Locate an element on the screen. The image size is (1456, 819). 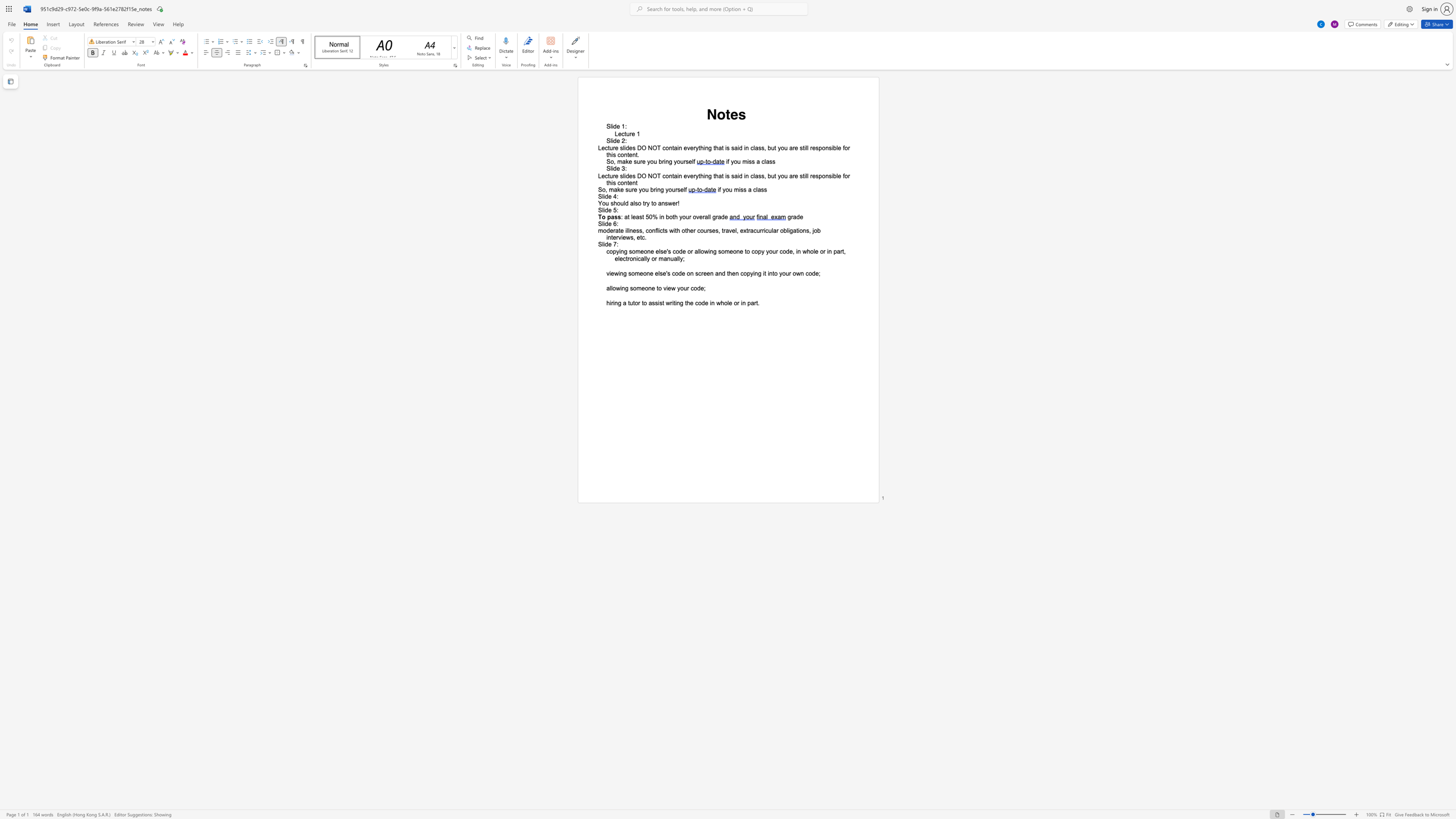
the subset text "it into your ow" within the text "viewing someone else" is located at coordinates (762, 274).